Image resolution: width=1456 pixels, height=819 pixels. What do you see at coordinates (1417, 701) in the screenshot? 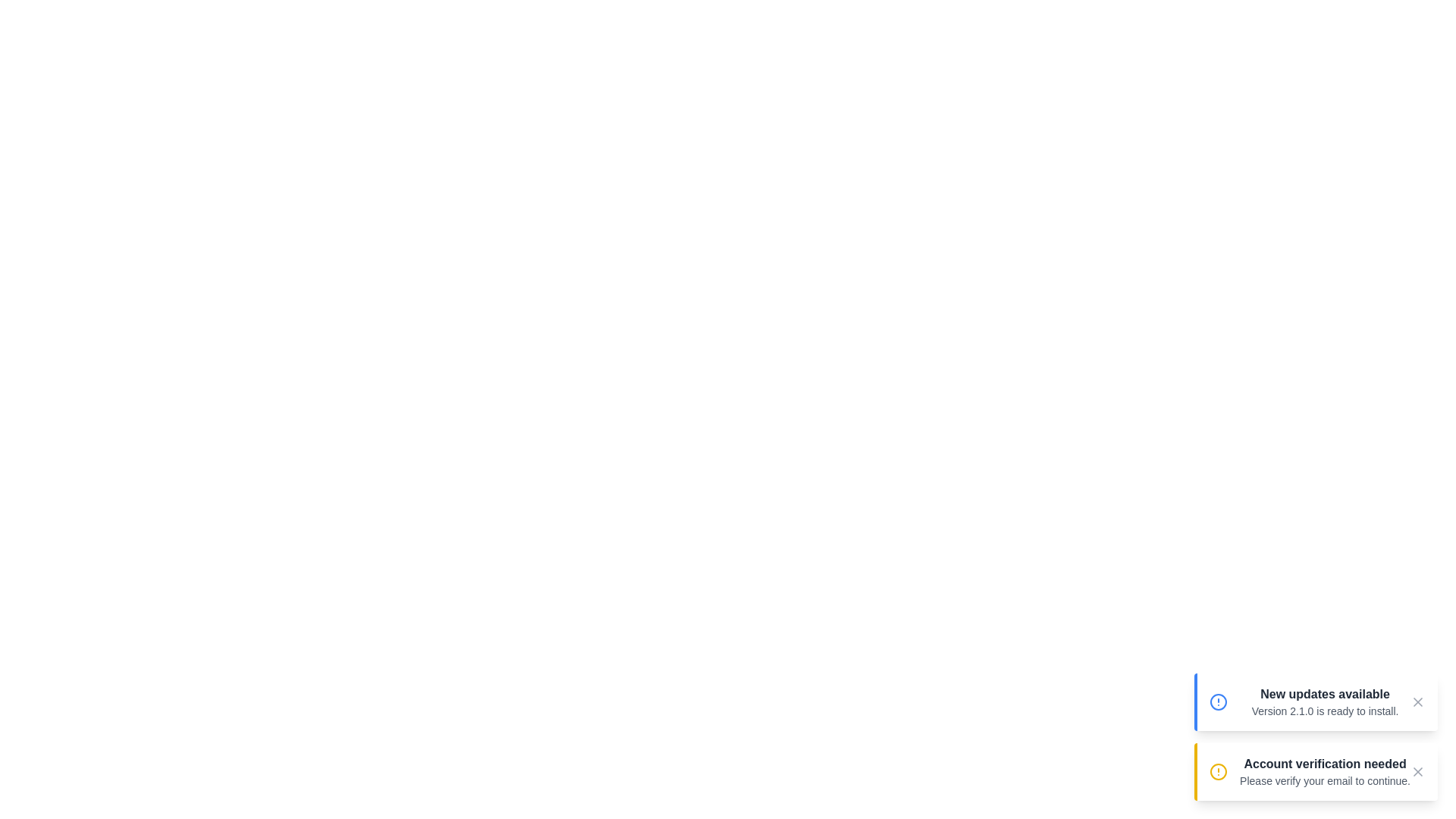
I see `the dismiss button for the notification titled 'New updates available'` at bounding box center [1417, 701].